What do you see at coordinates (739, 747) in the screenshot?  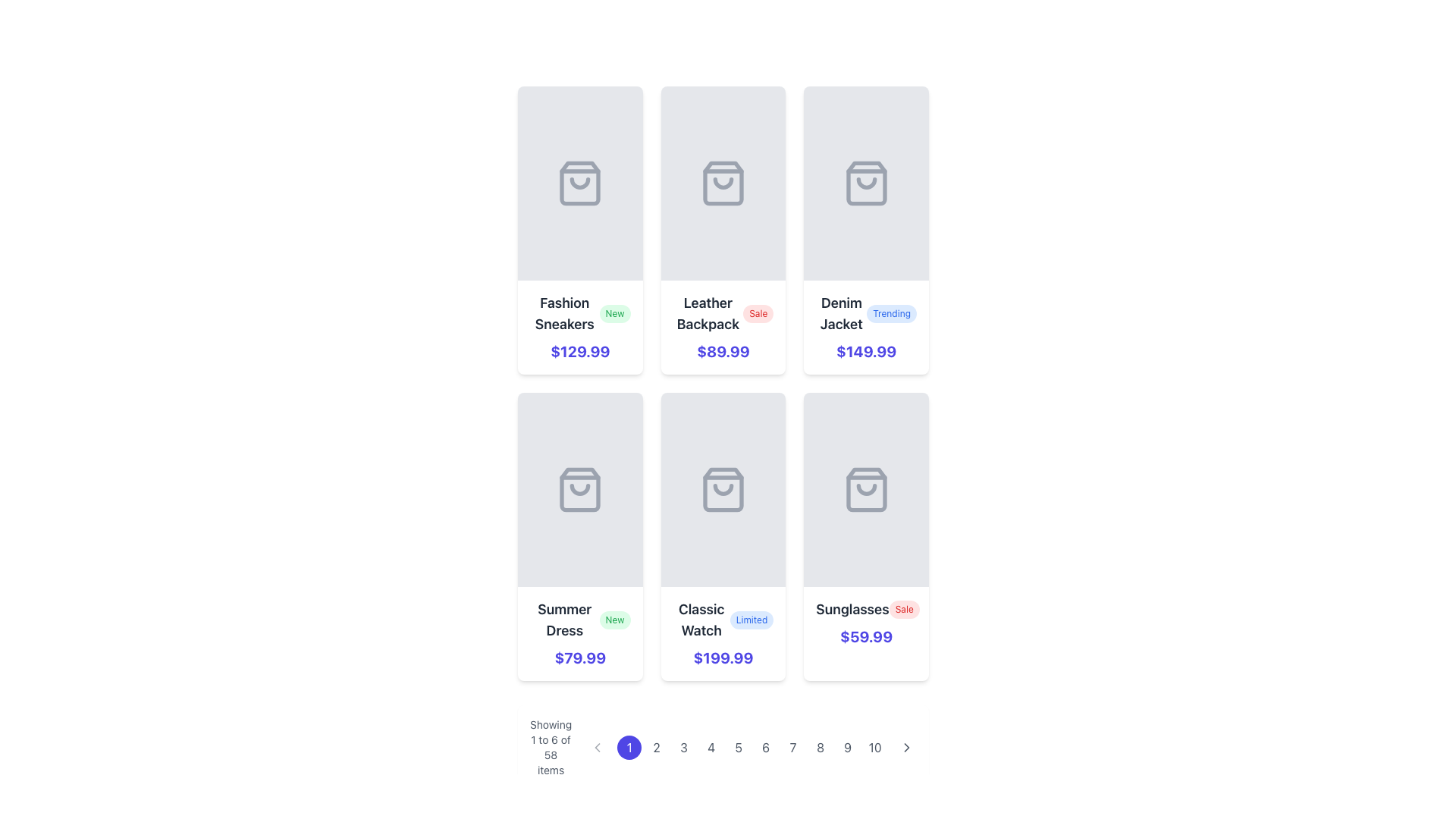 I see `the button located in the pagination section that represents the fifth page, positioned between buttons '4' and '6'` at bounding box center [739, 747].